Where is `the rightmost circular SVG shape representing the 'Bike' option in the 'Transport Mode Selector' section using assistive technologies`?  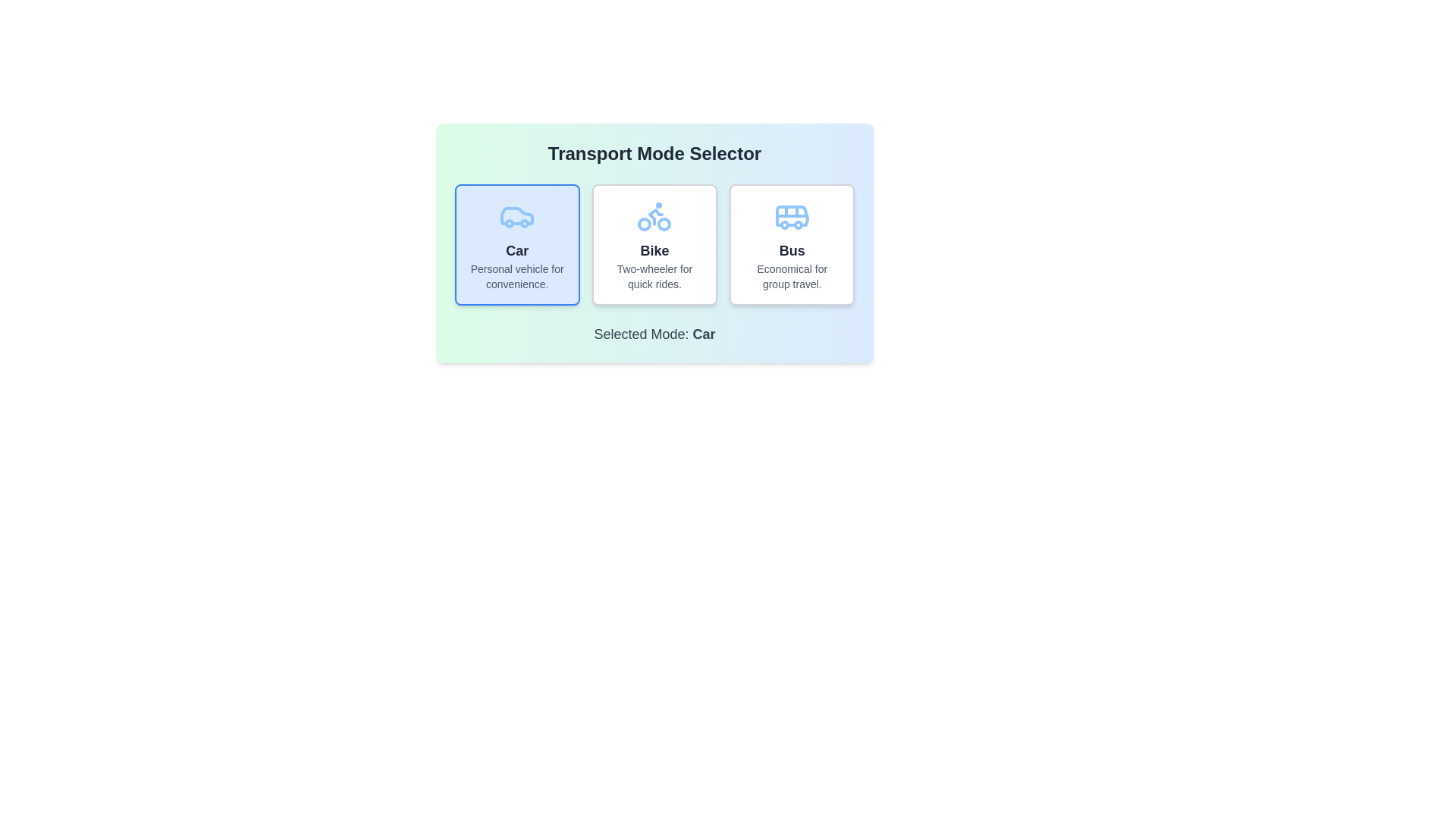
the rightmost circular SVG shape representing the 'Bike' option in the 'Transport Mode Selector' section using assistive technologies is located at coordinates (664, 224).